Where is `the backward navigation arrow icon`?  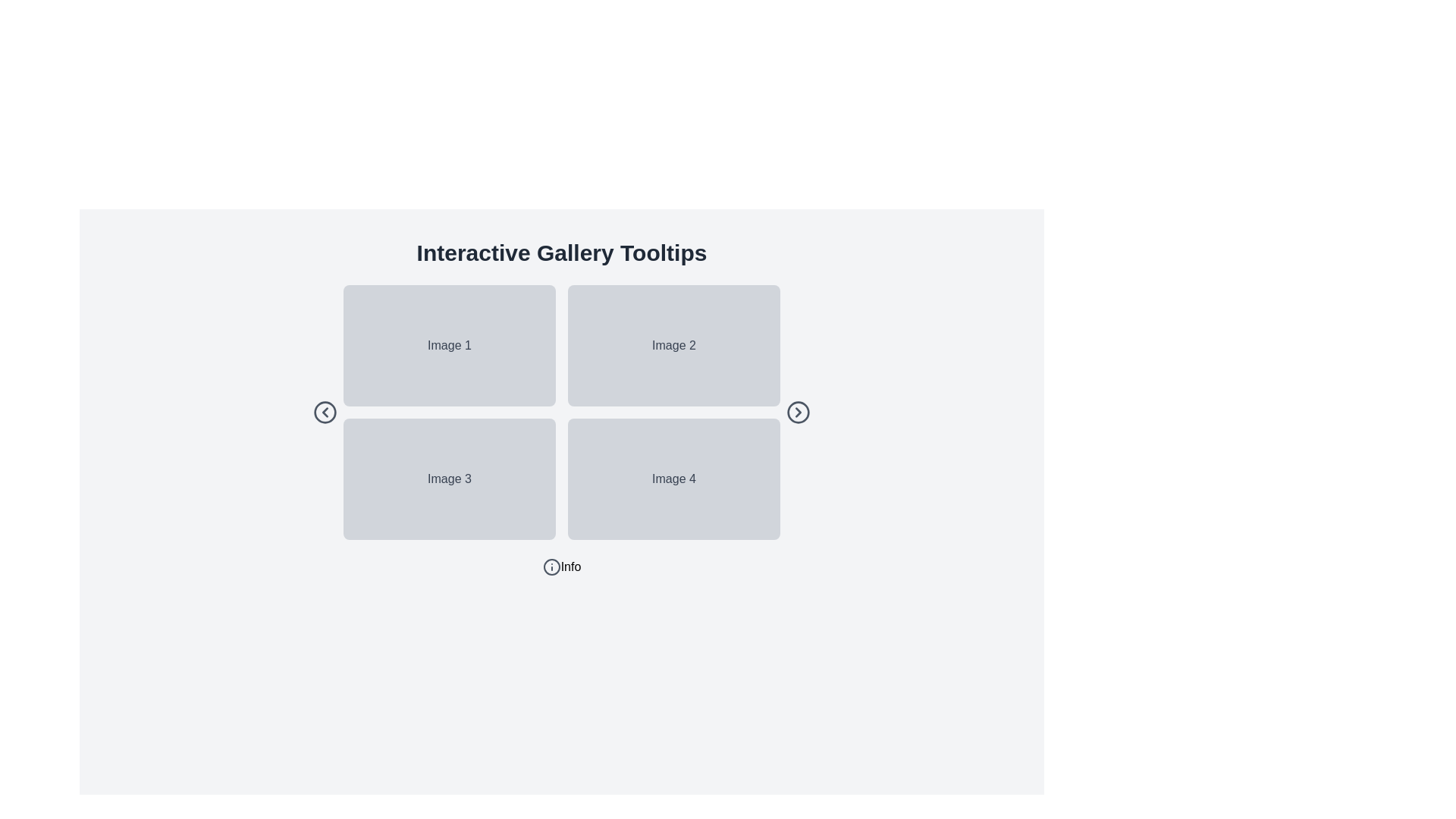
the backward navigation arrow icon is located at coordinates (324, 412).